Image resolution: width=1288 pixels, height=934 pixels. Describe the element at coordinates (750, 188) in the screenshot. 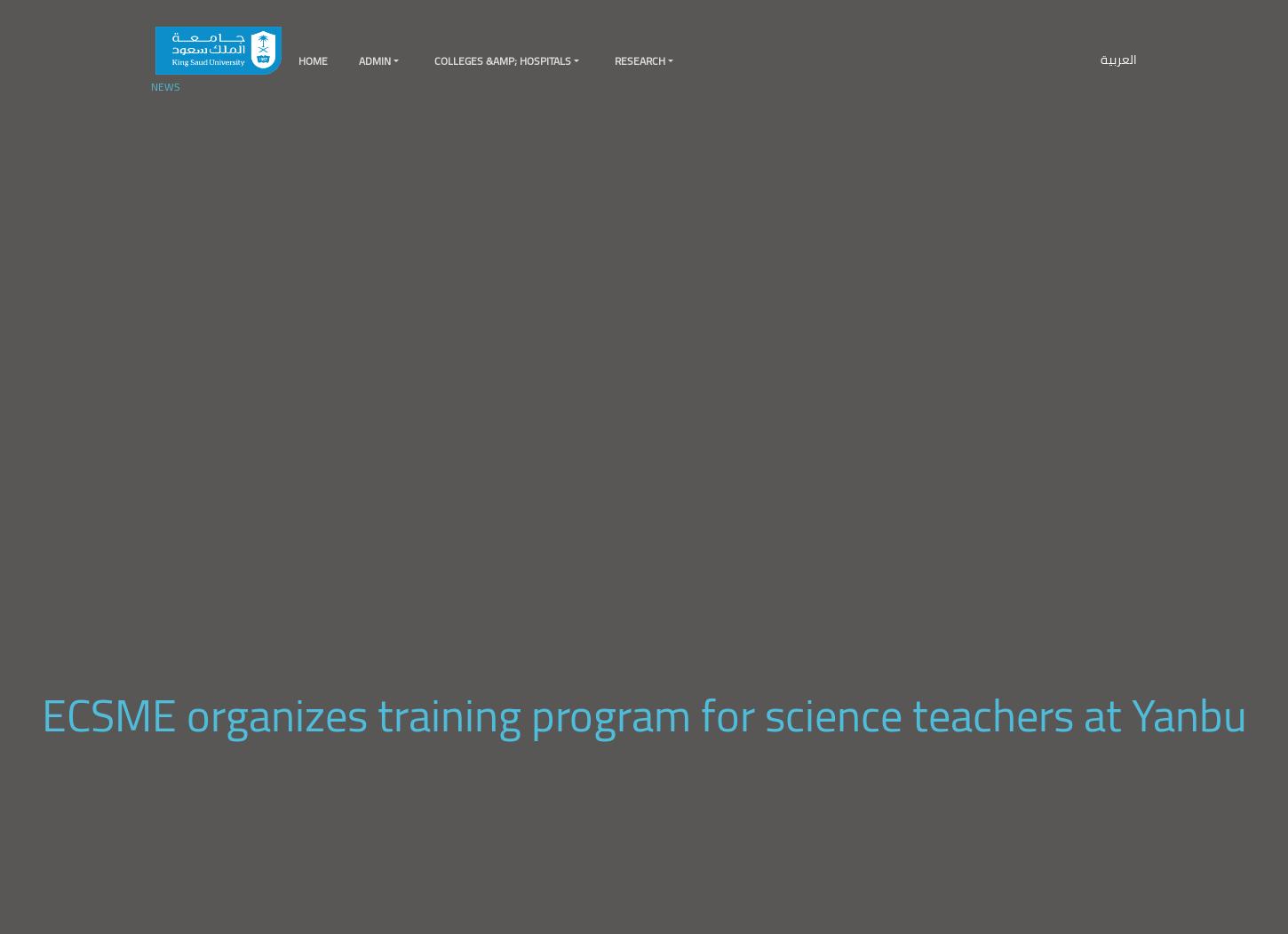

I see `'Raytheon Chair for Systems Engineering'` at that location.